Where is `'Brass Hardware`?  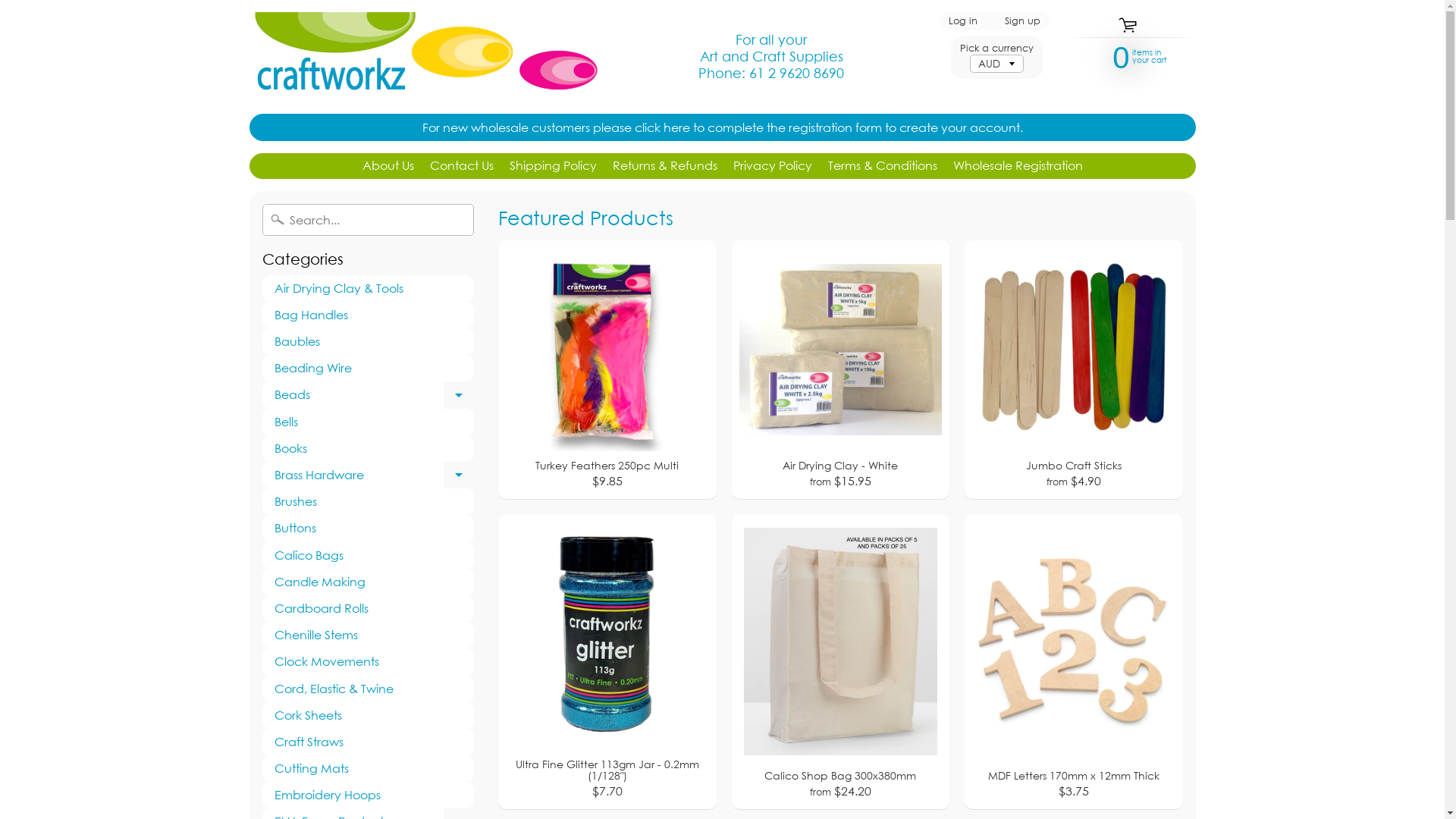
'Brass Hardware is located at coordinates (368, 474).